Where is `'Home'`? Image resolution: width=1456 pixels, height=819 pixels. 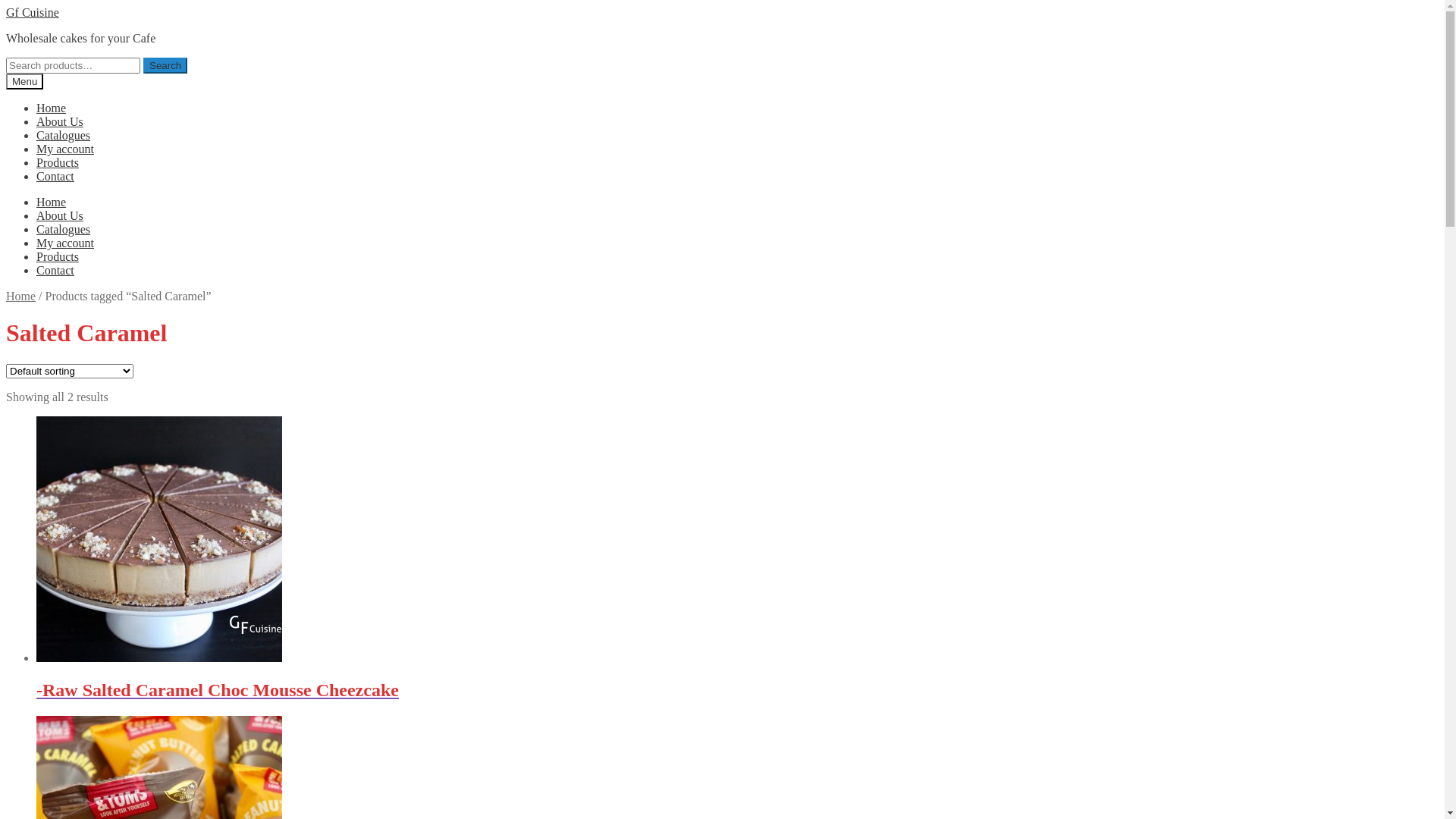 'Home' is located at coordinates (20, 296).